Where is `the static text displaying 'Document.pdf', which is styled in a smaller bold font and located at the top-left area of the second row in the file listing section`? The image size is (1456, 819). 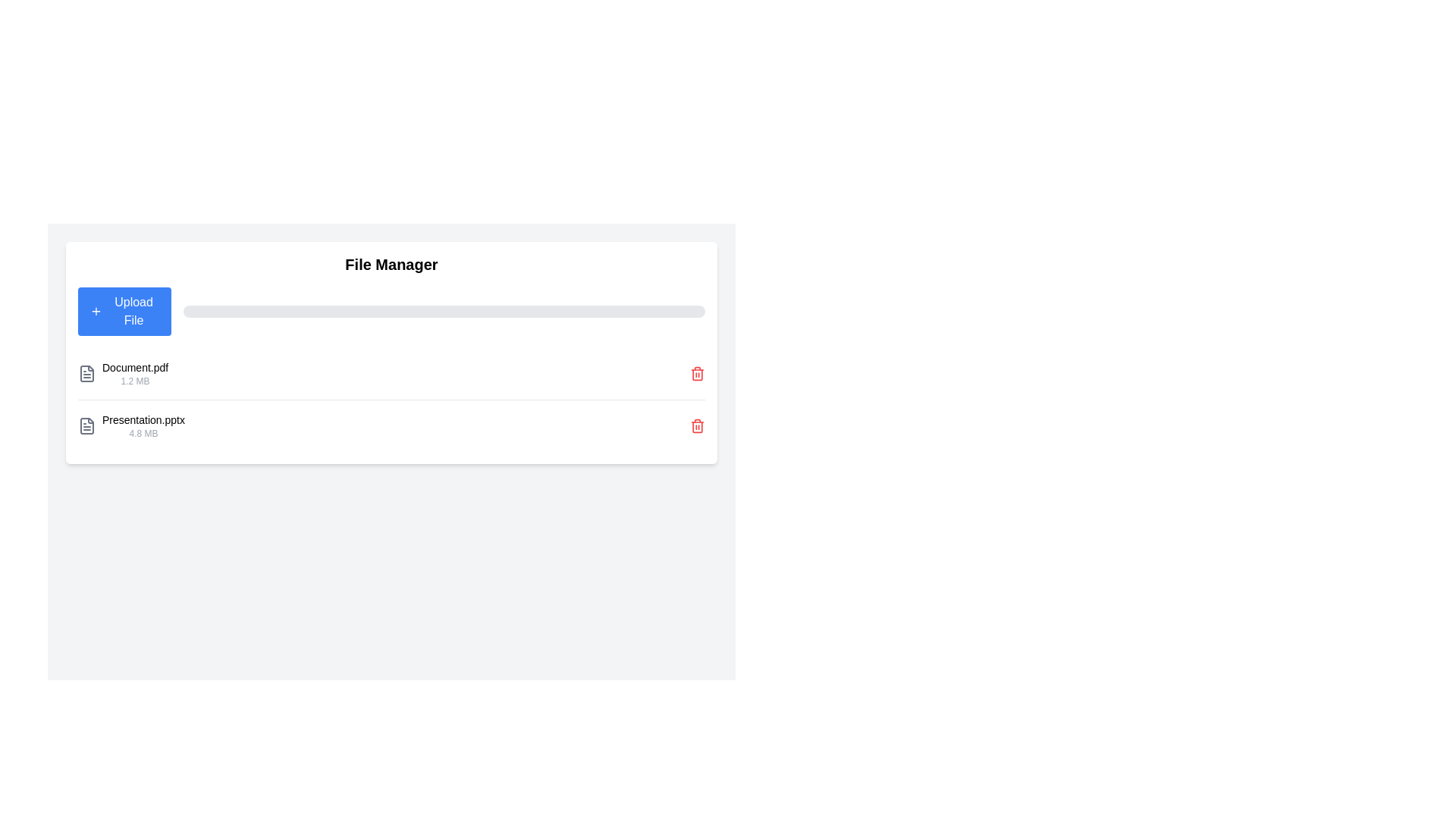 the static text displaying 'Document.pdf', which is styled in a smaller bold font and located at the top-left area of the second row in the file listing section is located at coordinates (135, 368).